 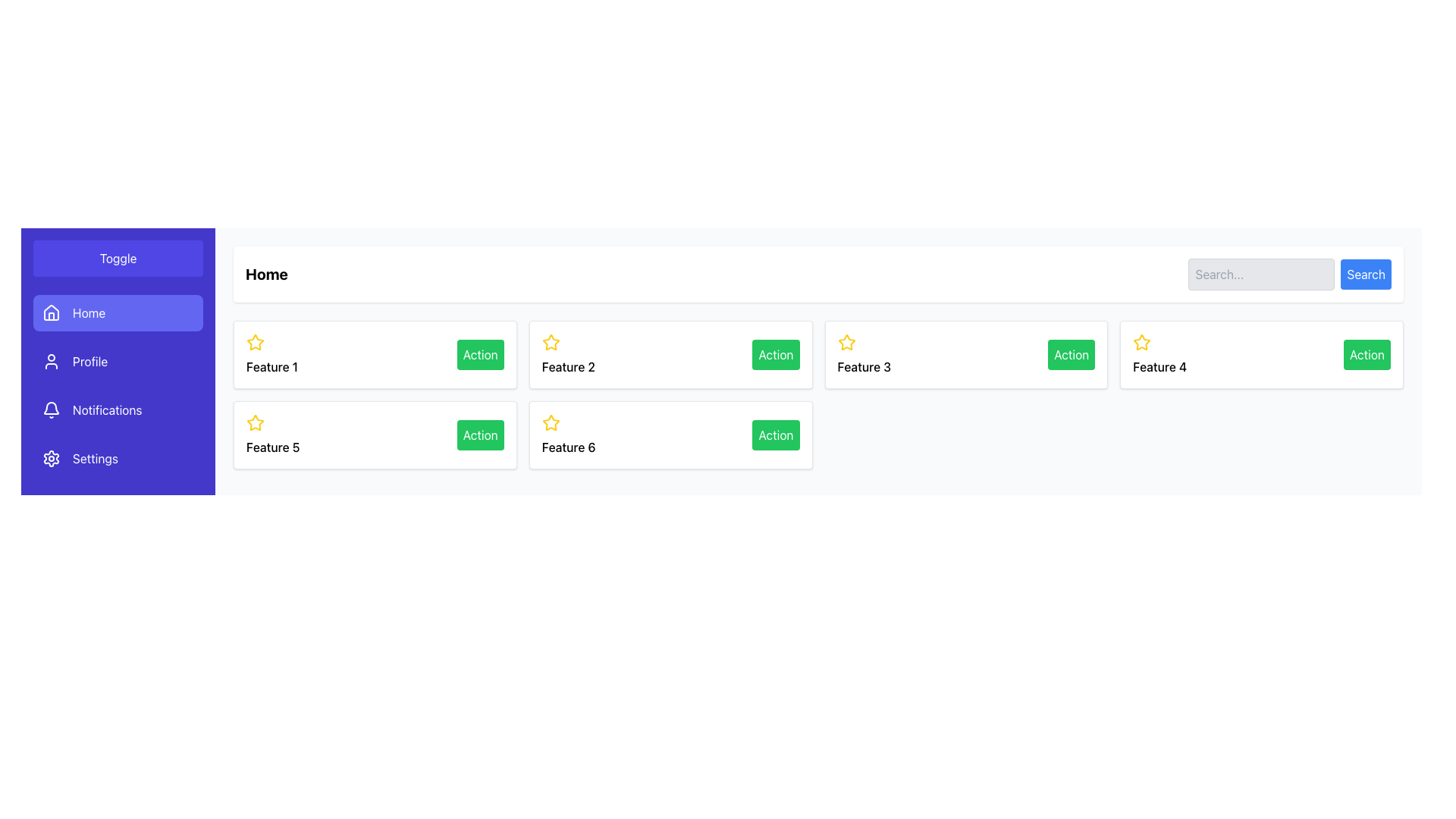 I want to click on the star icon with a yellow border in the top-left section of the 'Feature 4' card to rate it, so click(x=1142, y=342).